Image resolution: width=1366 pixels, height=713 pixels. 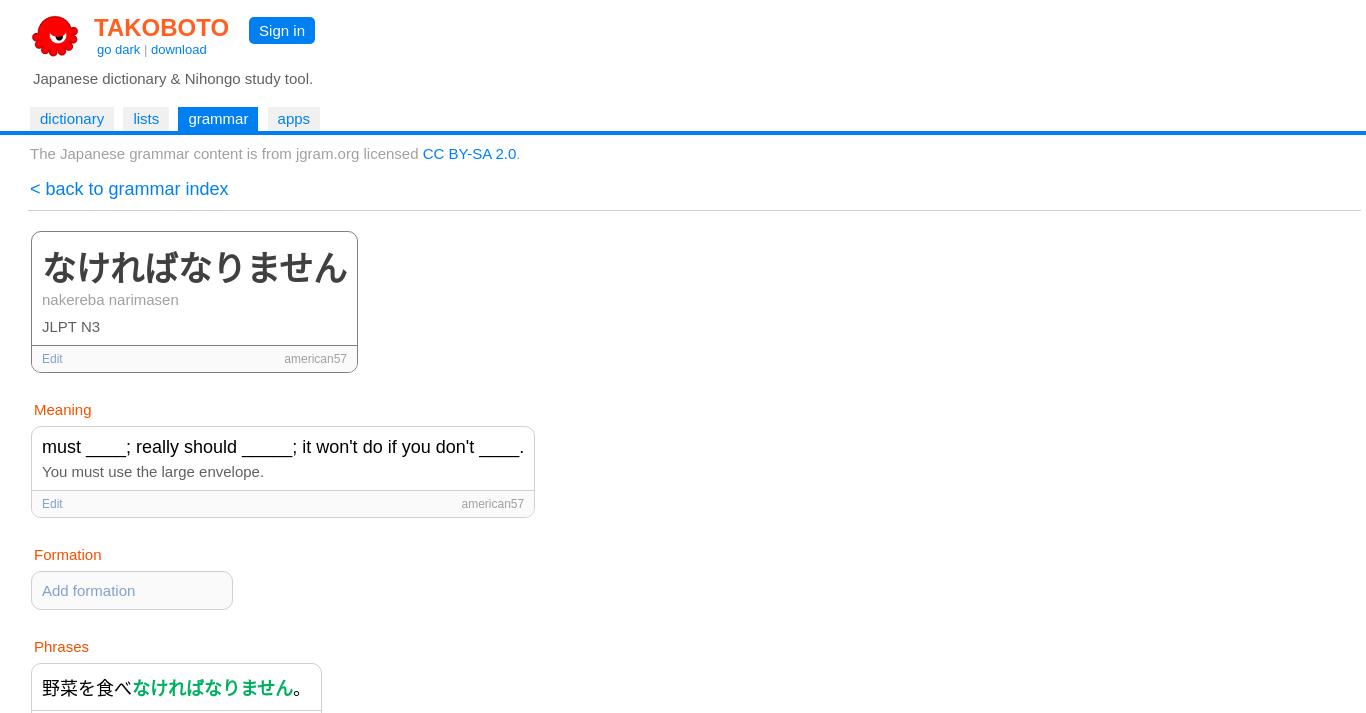 I want to click on 'The Japanese grammar content is from jgram.org licensed', so click(x=224, y=153).